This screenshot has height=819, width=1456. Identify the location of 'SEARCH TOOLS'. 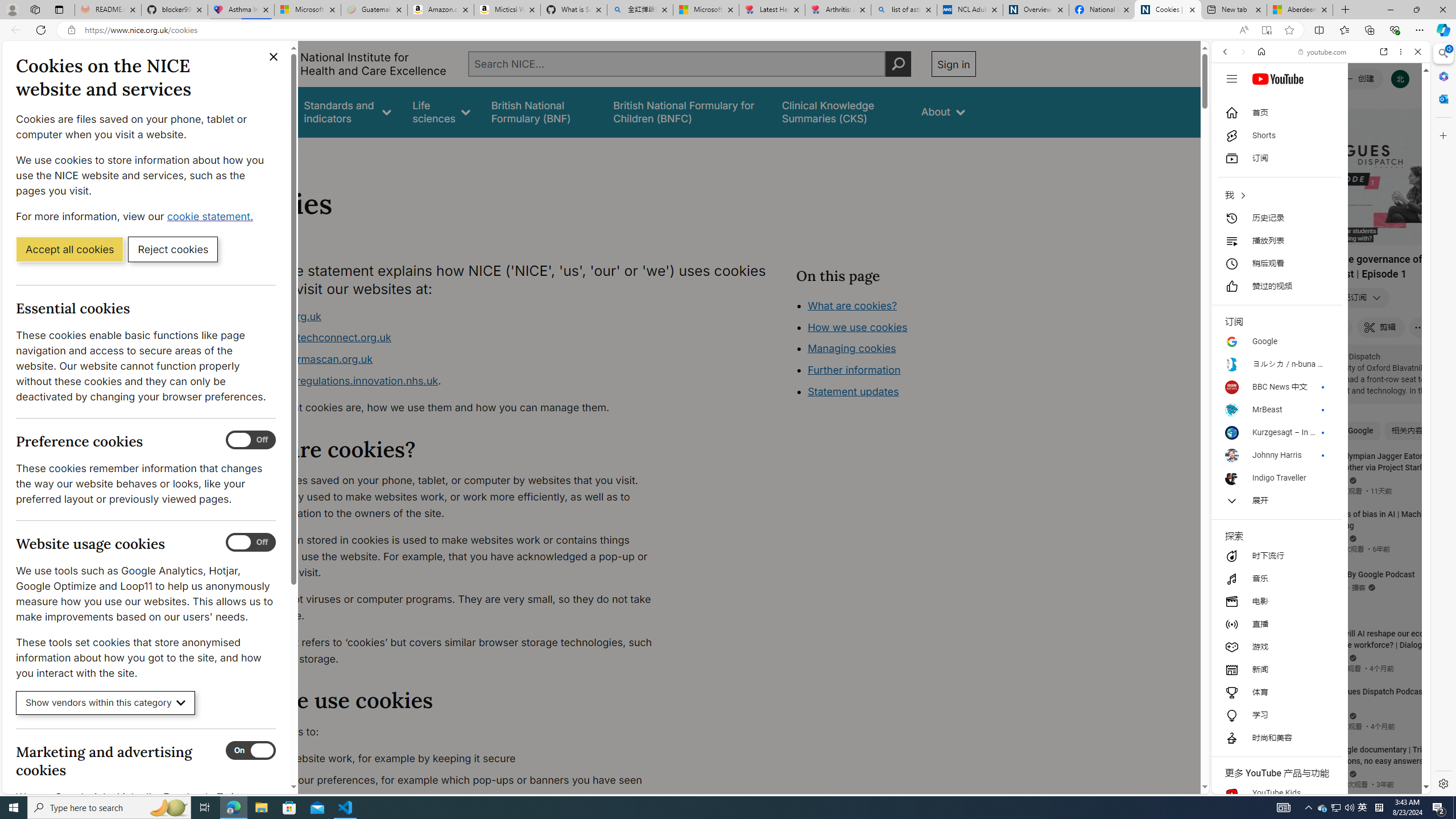
(1350, 130).